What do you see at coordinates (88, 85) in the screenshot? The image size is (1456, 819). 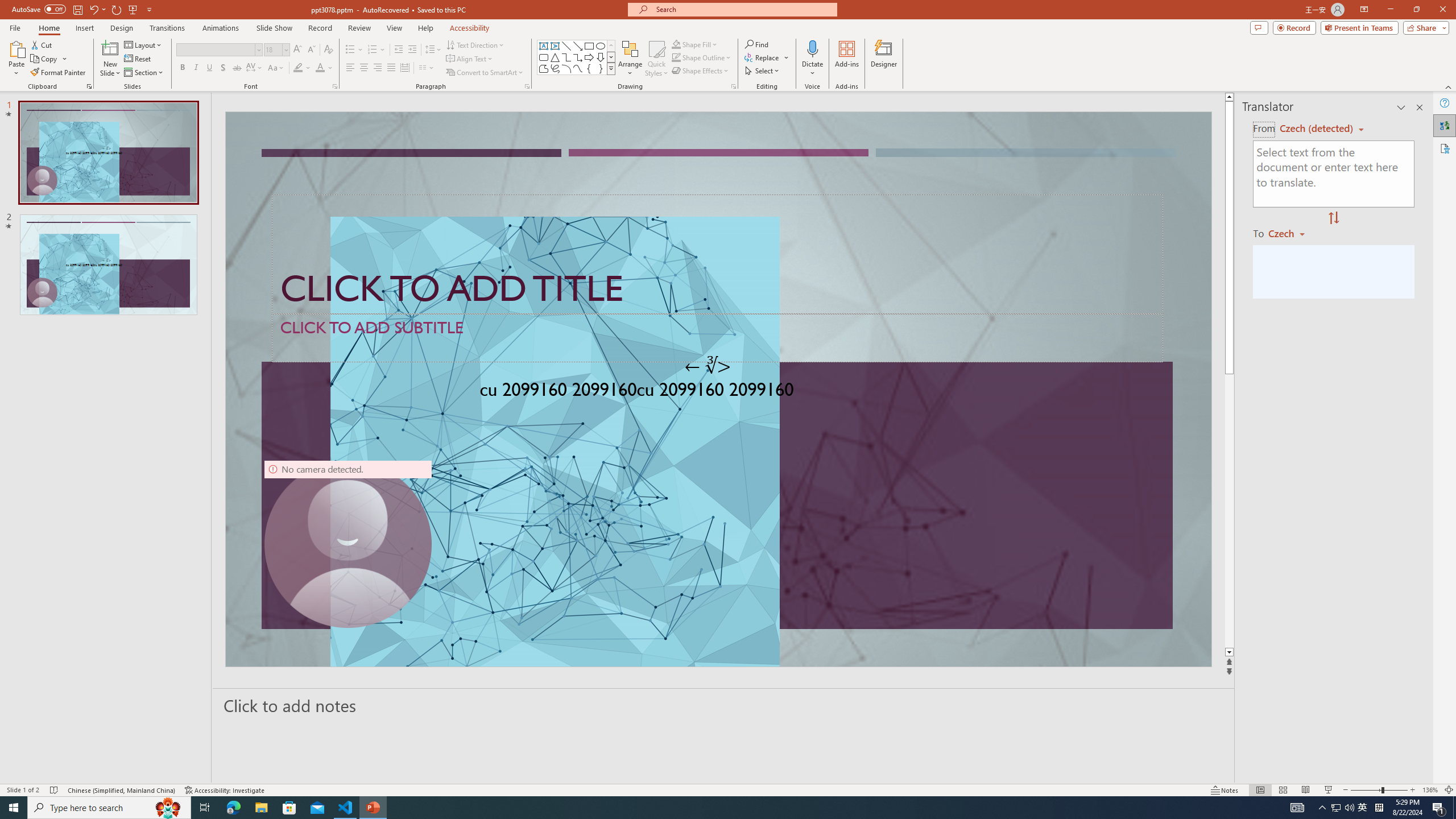 I see `'Office Clipboard...'` at bounding box center [88, 85].